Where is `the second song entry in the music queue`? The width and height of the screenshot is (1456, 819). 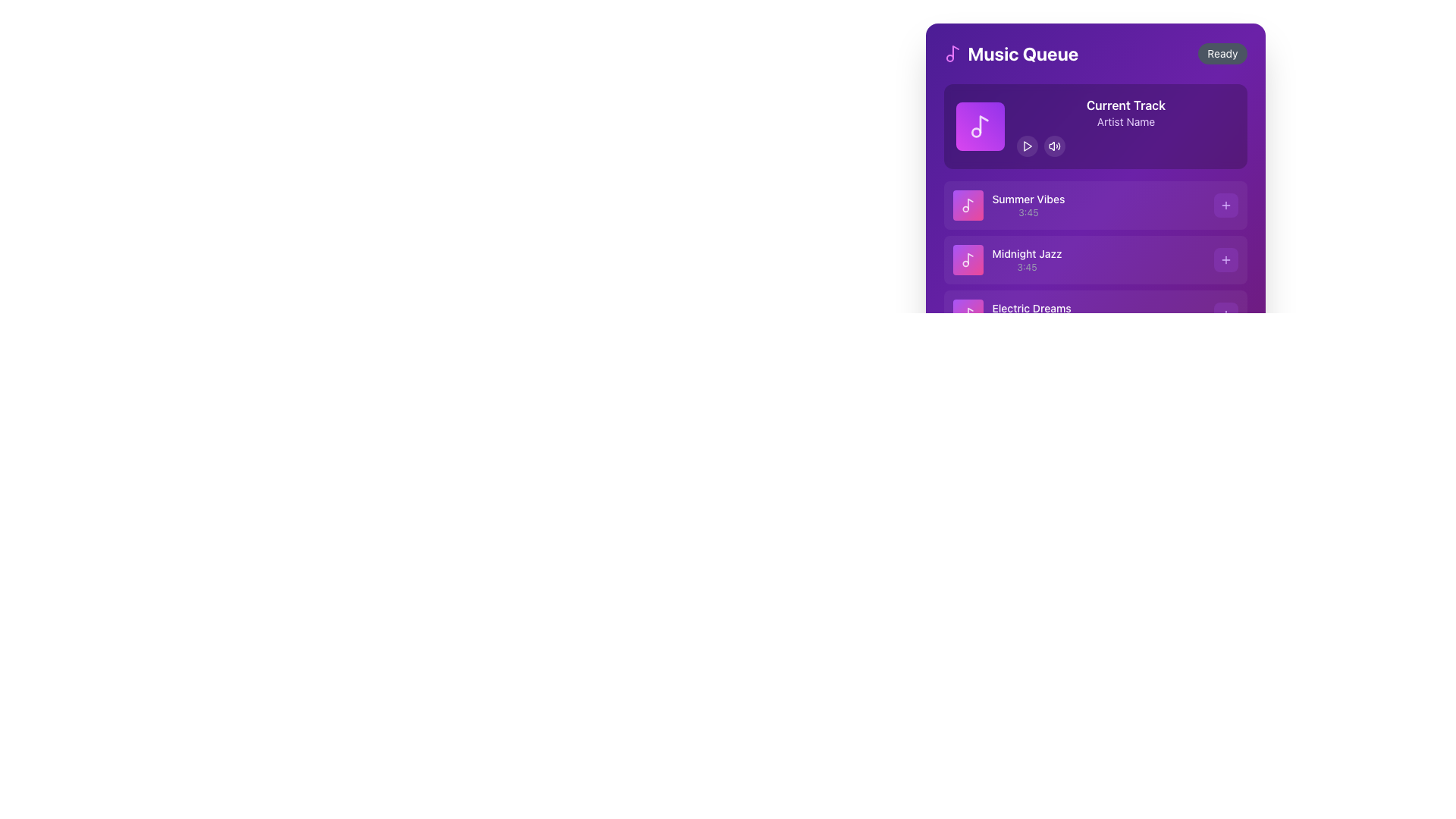 the second song entry in the music queue is located at coordinates (1095, 216).